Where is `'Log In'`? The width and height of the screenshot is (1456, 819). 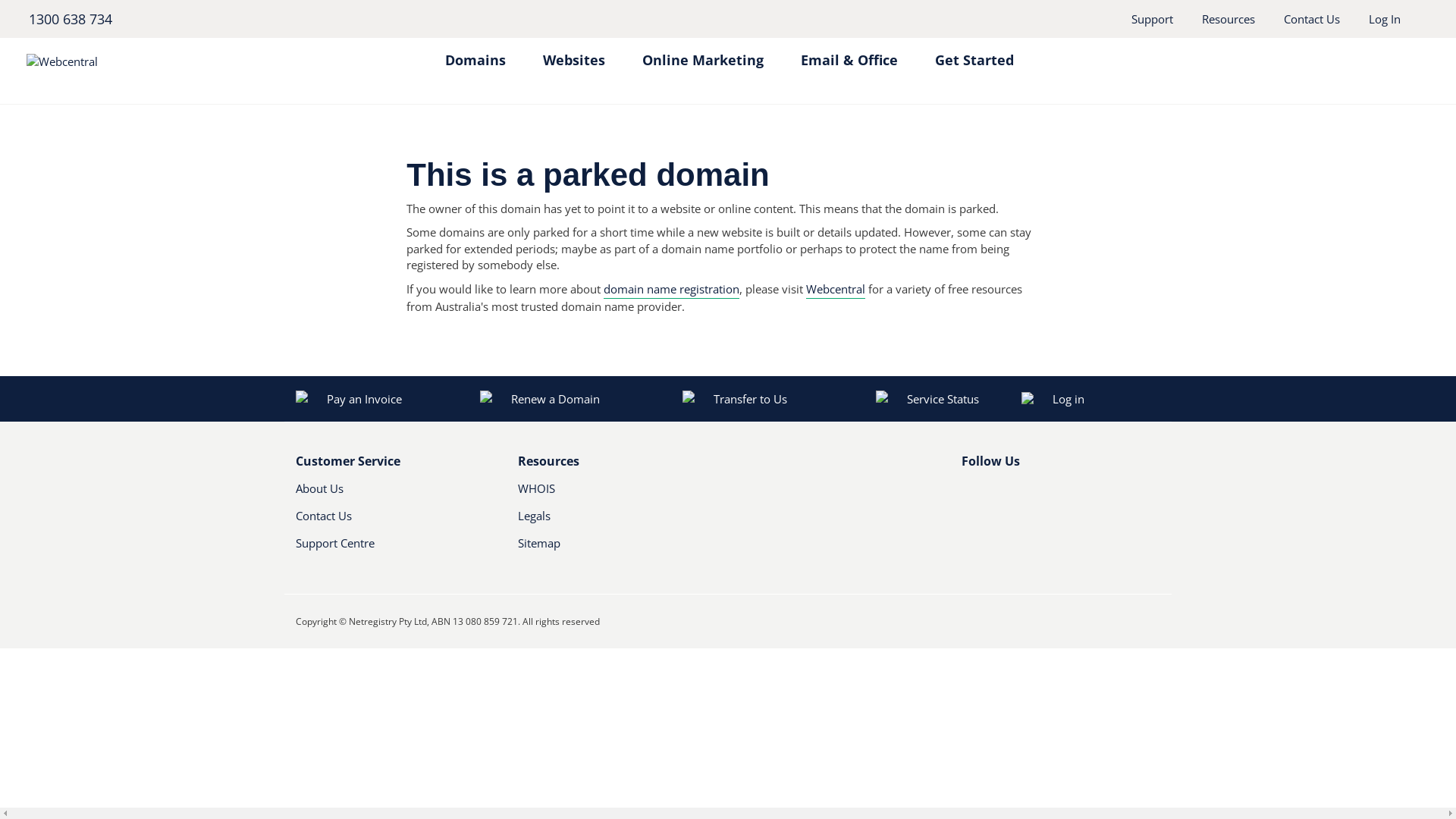
'Log In' is located at coordinates (1384, 18).